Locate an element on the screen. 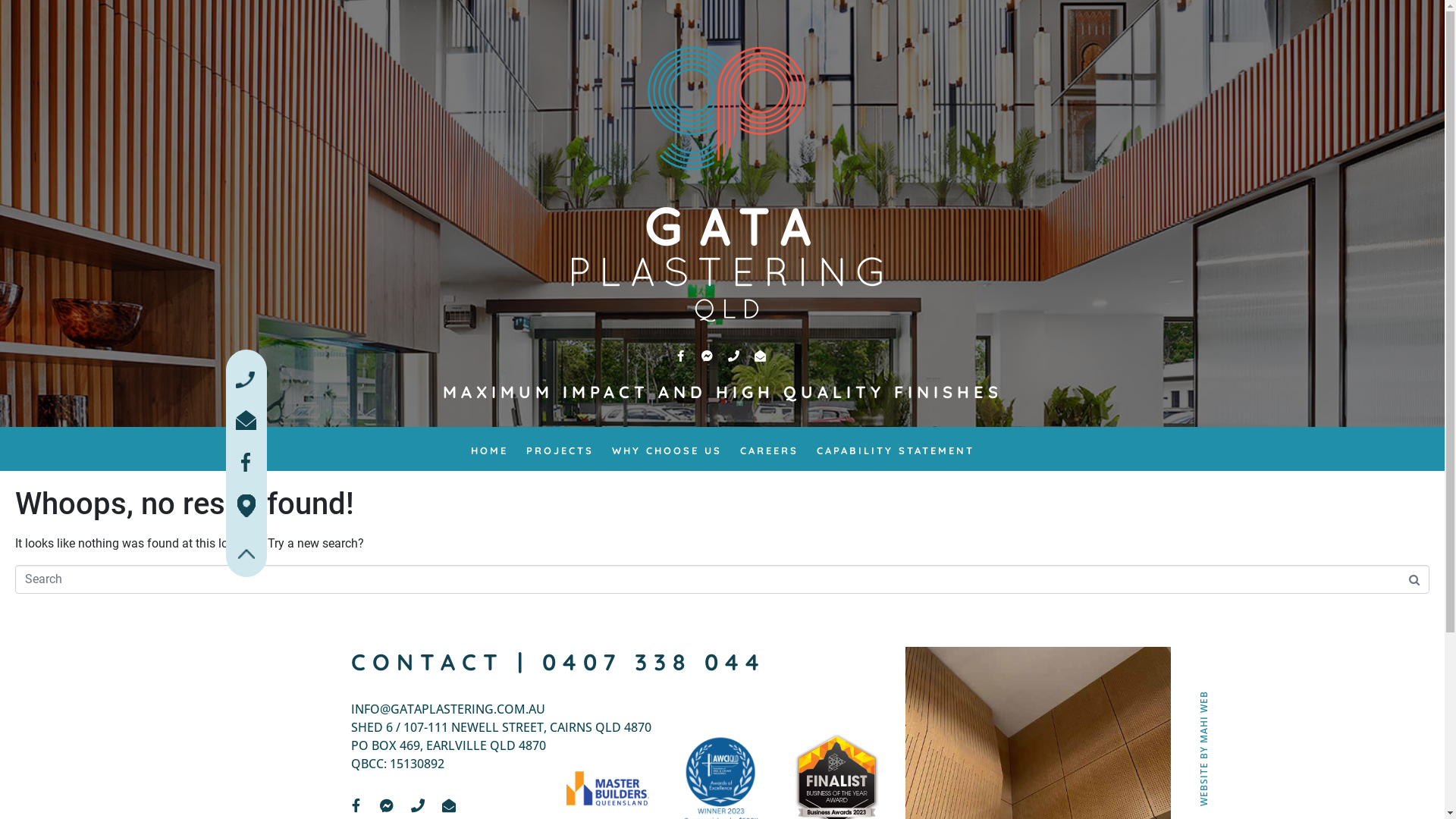  'CAREERS' is located at coordinates (769, 452).